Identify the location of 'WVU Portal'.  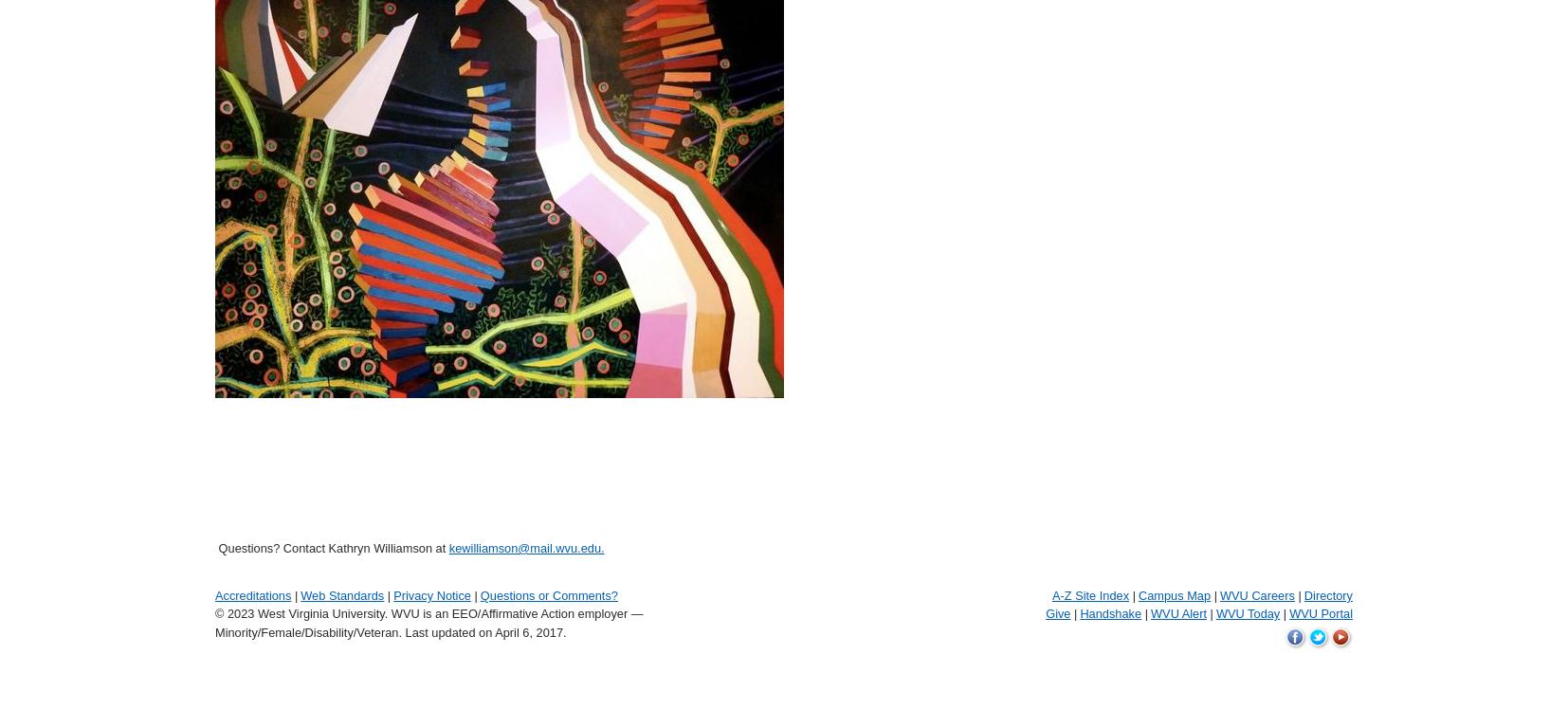
(1321, 612).